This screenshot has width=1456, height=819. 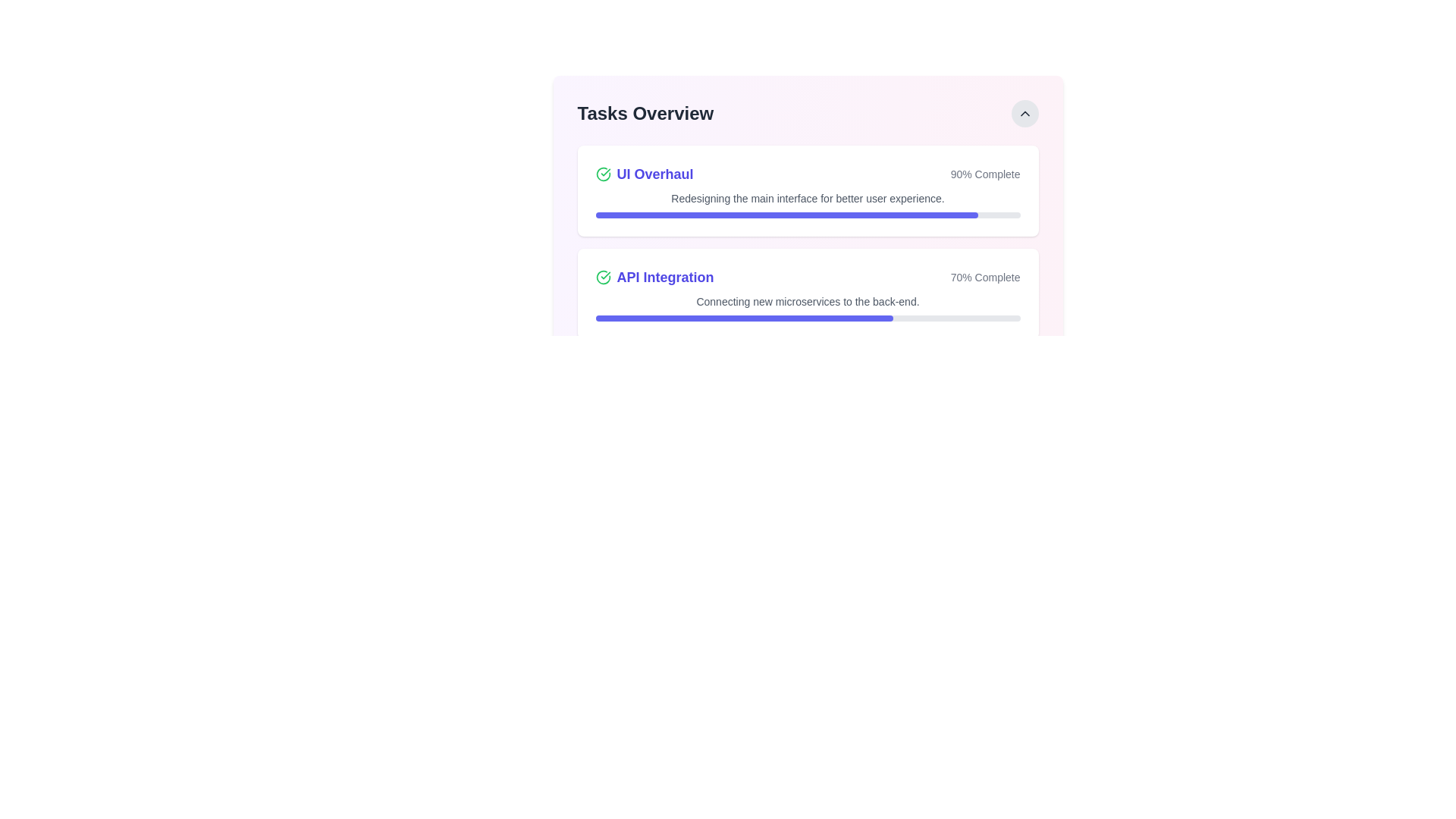 What do you see at coordinates (602, 278) in the screenshot?
I see `the SVG visual icon (circle checkmark) indicating the completion of the 'API Integration' task, located at the top-left corner of the associated text` at bounding box center [602, 278].